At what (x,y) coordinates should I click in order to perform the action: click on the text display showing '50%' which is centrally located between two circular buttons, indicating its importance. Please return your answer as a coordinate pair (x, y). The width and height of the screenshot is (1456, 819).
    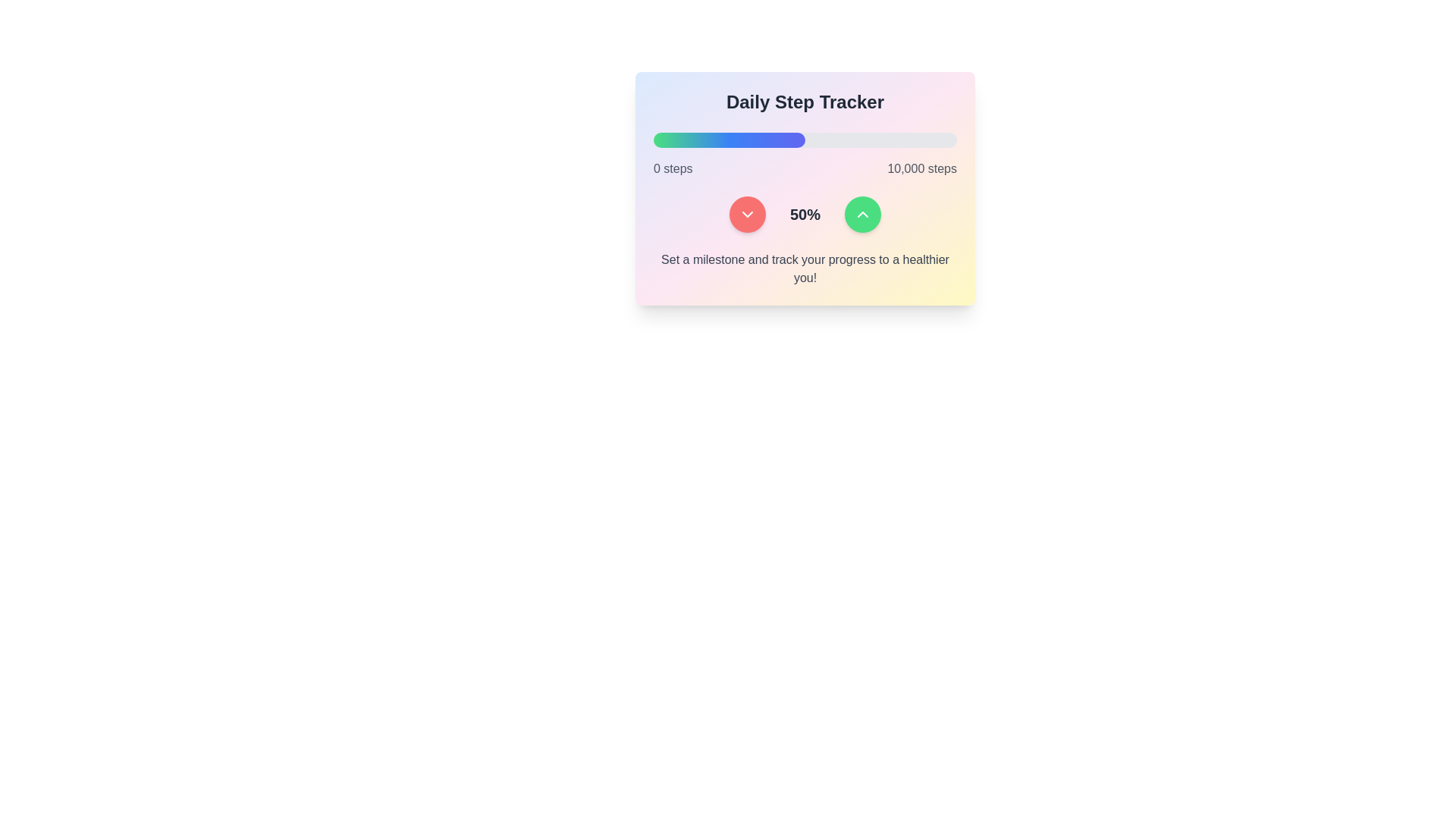
    Looking at the image, I should click on (804, 214).